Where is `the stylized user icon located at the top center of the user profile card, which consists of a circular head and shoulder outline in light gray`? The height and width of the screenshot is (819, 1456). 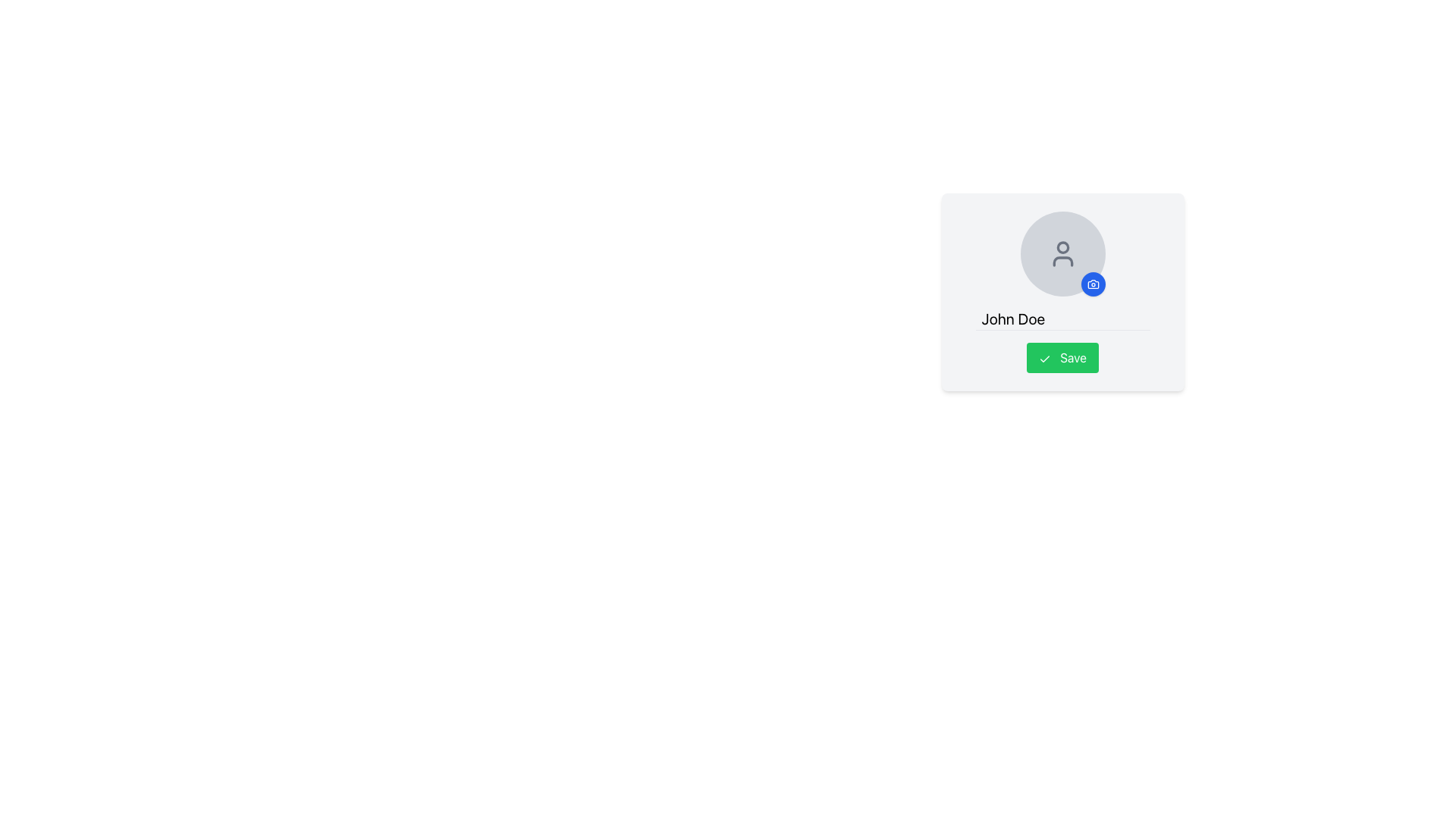
the stylized user icon located at the top center of the user profile card, which consists of a circular head and shoulder outline in light gray is located at coordinates (1062, 253).